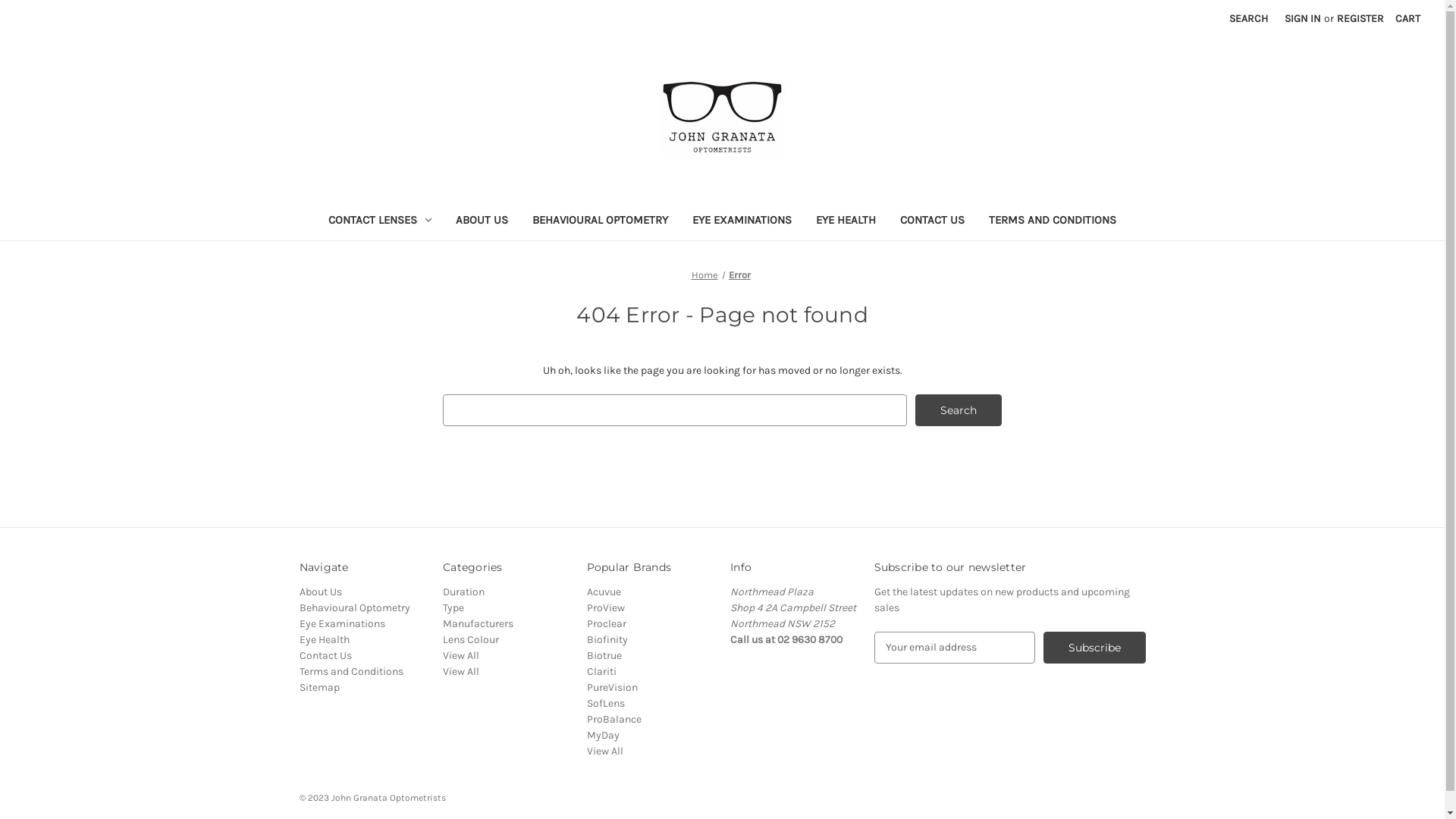 The image size is (1456, 819). Describe the element at coordinates (323, 639) in the screenshot. I see `'Eye Health'` at that location.